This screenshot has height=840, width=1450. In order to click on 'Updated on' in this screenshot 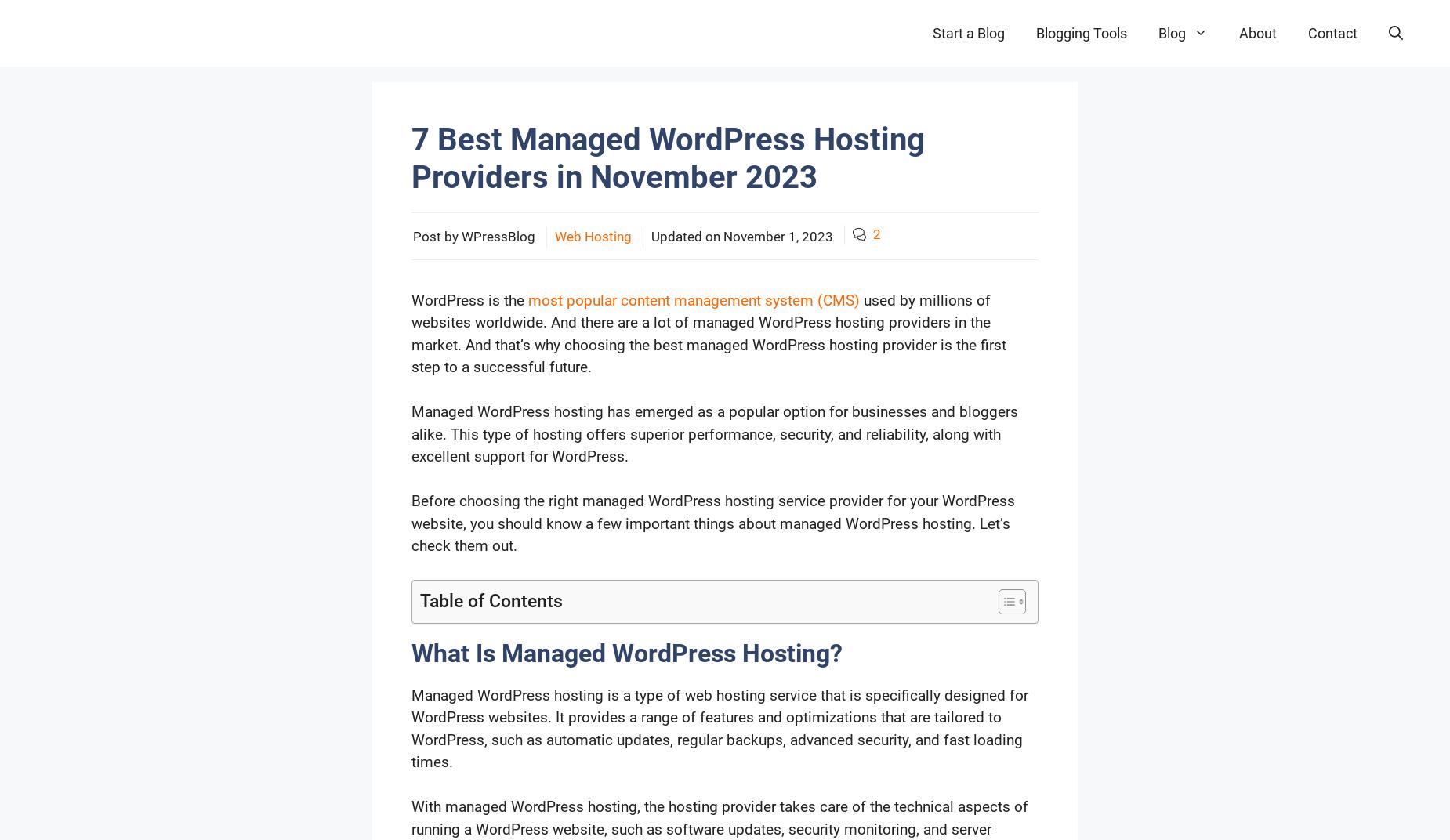, I will do `click(651, 235)`.